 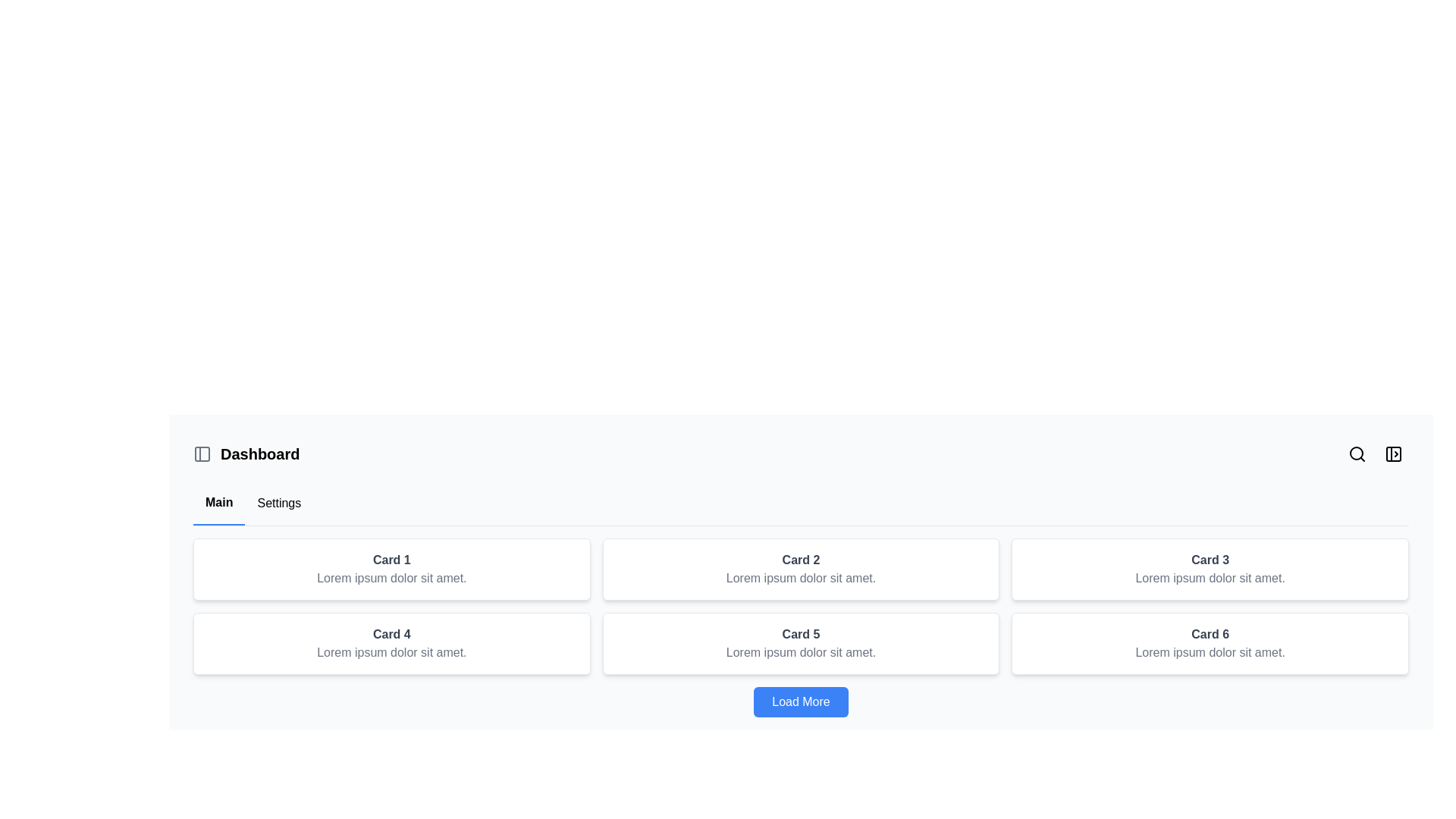 I want to click on the button used to toggle the left-side panel, which is the last button on the right side of the top navigation bar, adjacent to the search icon, so click(x=1394, y=453).